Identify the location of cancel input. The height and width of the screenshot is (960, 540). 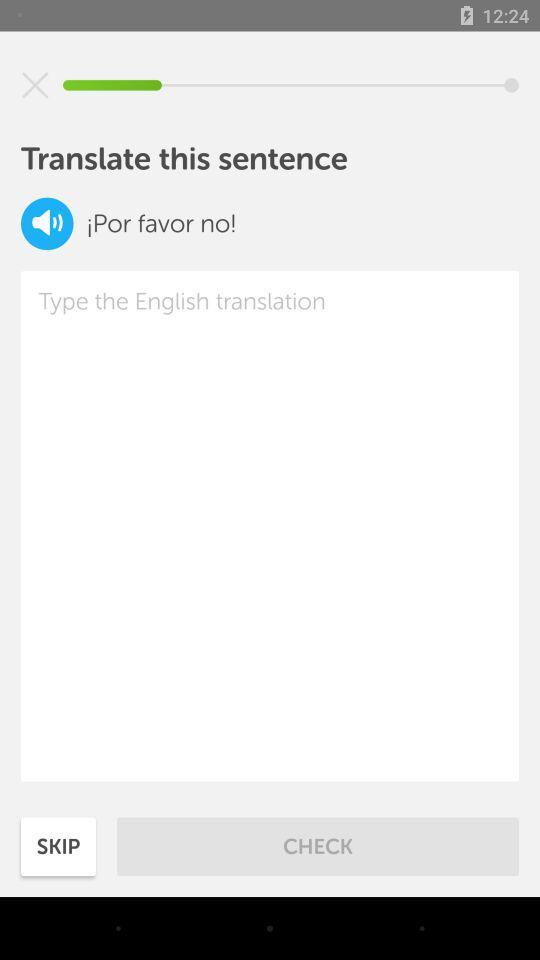
(35, 85).